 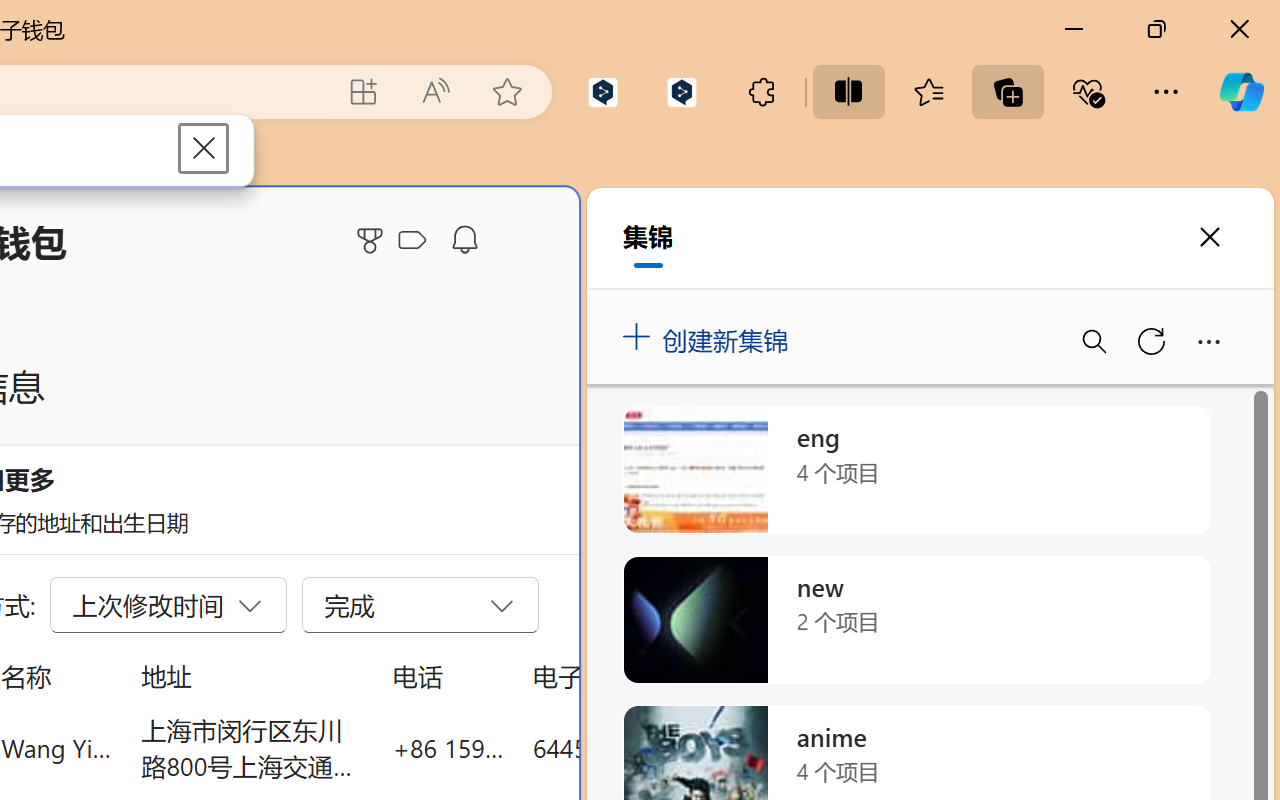 What do you see at coordinates (644, 747) in the screenshot?
I see `'644553698@qq.com'` at bounding box center [644, 747].